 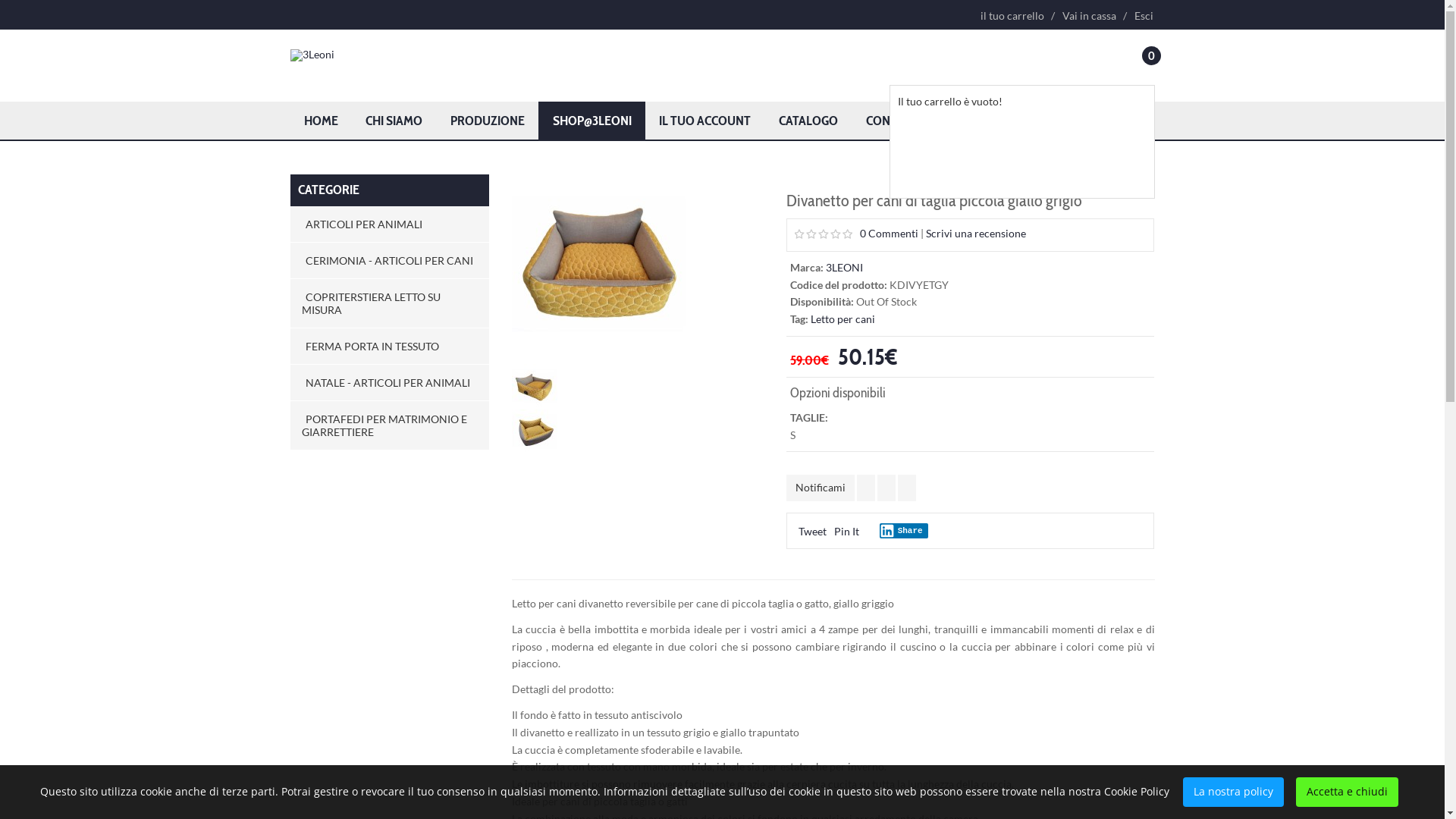 What do you see at coordinates (598, 260) in the screenshot?
I see `'Divanetto per cani di taglia piccola giallo grigio'` at bounding box center [598, 260].